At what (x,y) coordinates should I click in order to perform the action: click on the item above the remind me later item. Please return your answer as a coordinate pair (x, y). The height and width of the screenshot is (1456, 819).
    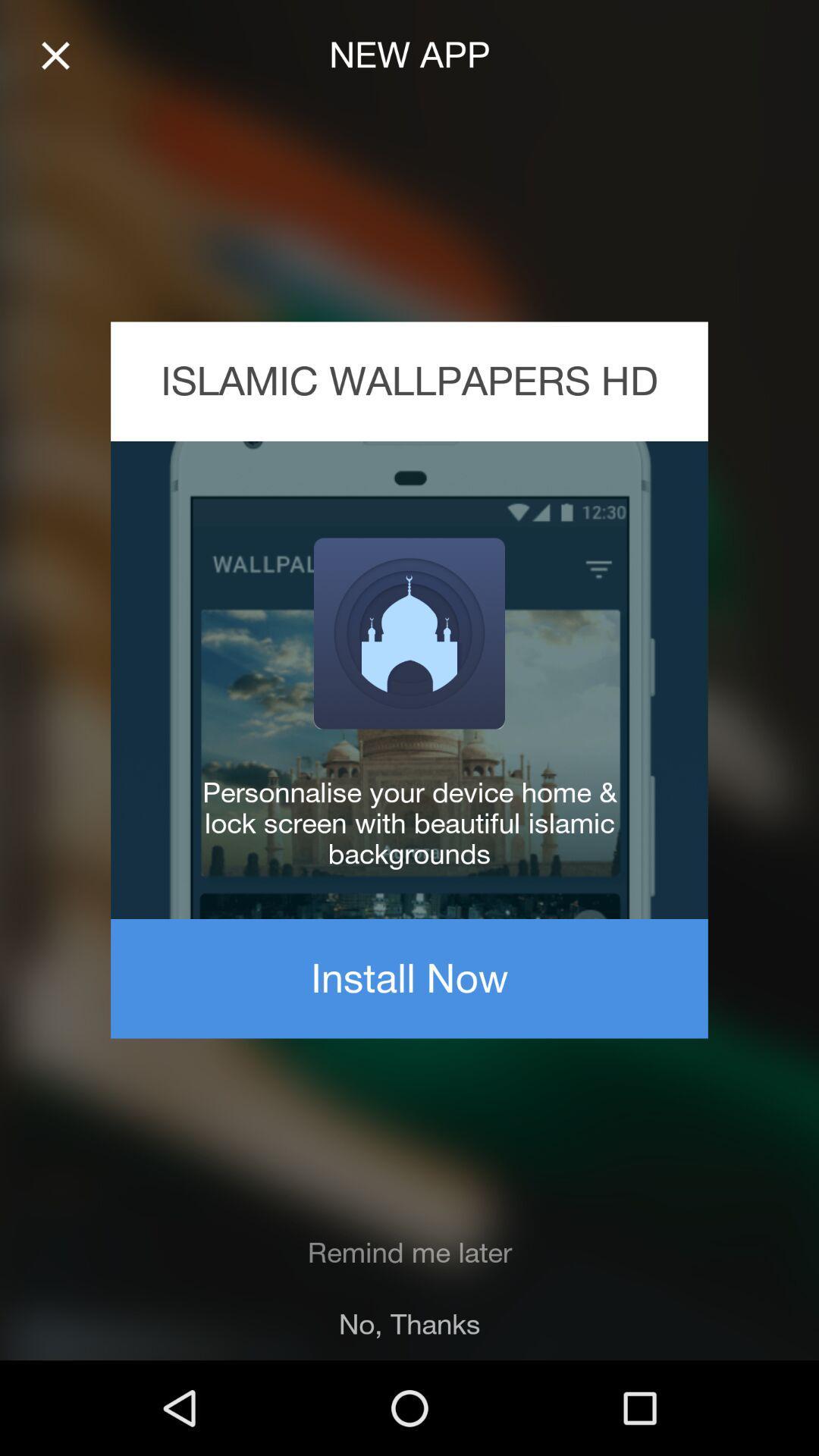
    Looking at the image, I should click on (409, 978).